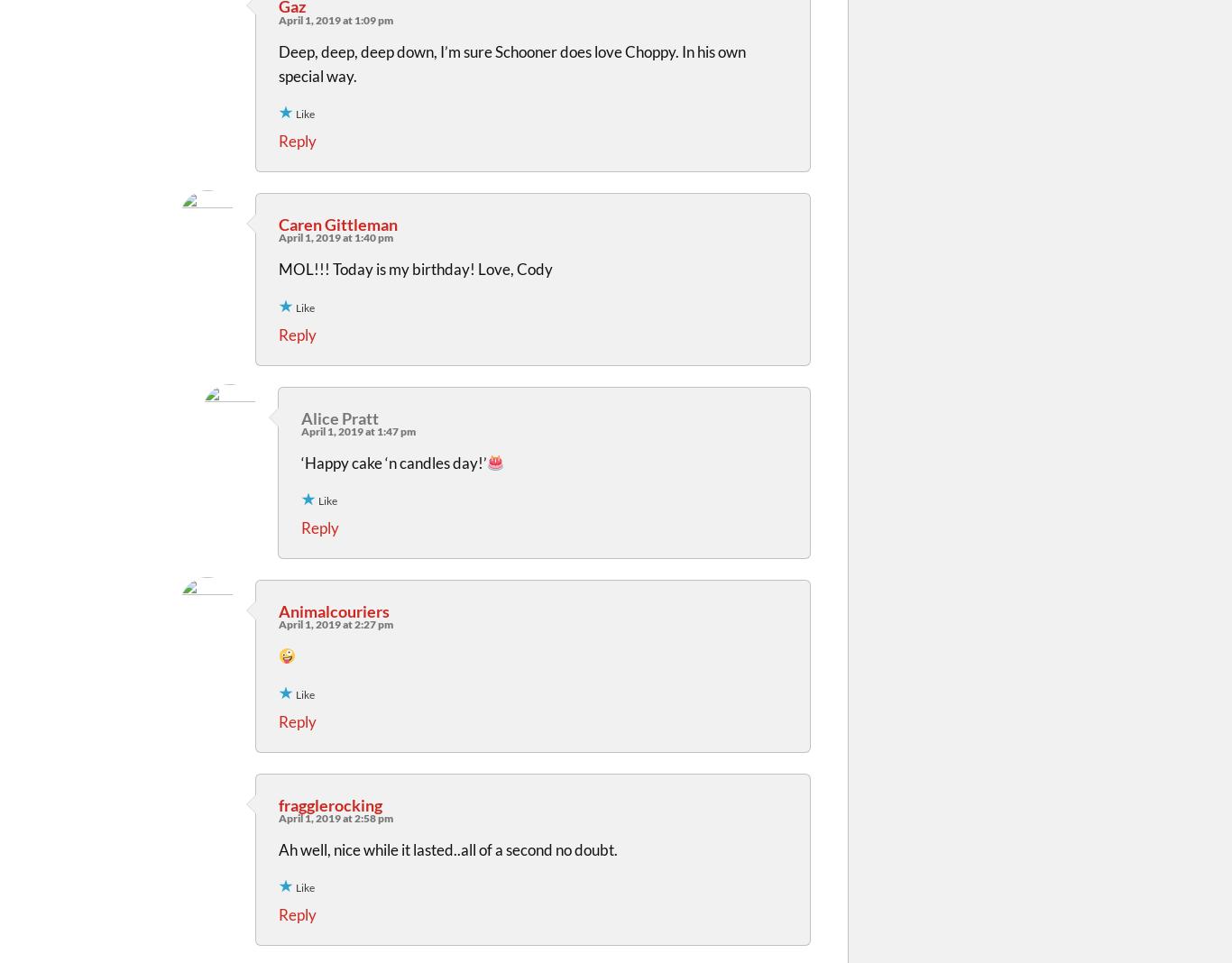 This screenshot has width=1232, height=963. I want to click on 'fragglerocking', so click(329, 802).